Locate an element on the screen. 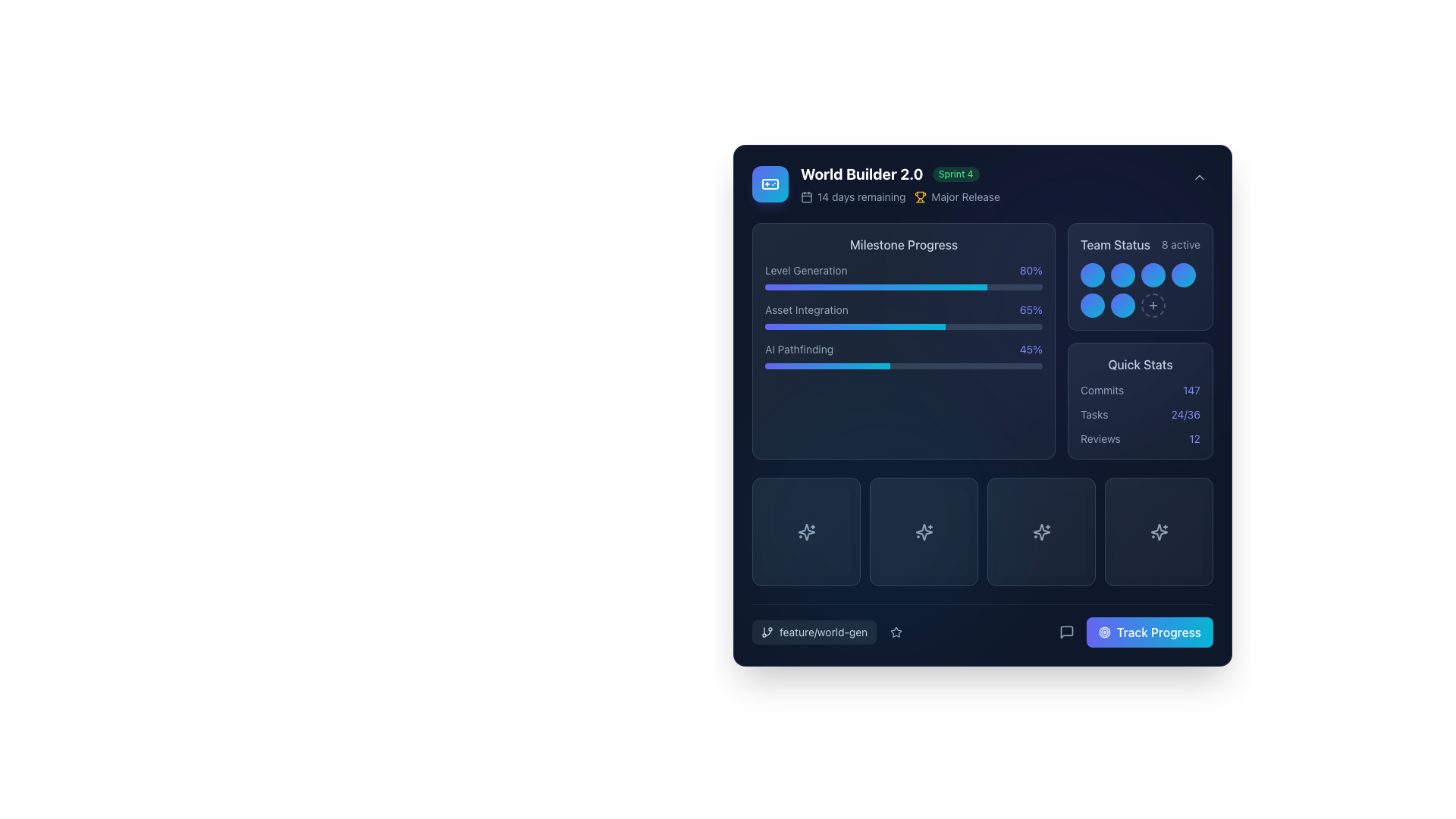 The height and width of the screenshot is (819, 1456). the calendar icon located in the header section near the title 'World Builder 2.0' is located at coordinates (806, 196).